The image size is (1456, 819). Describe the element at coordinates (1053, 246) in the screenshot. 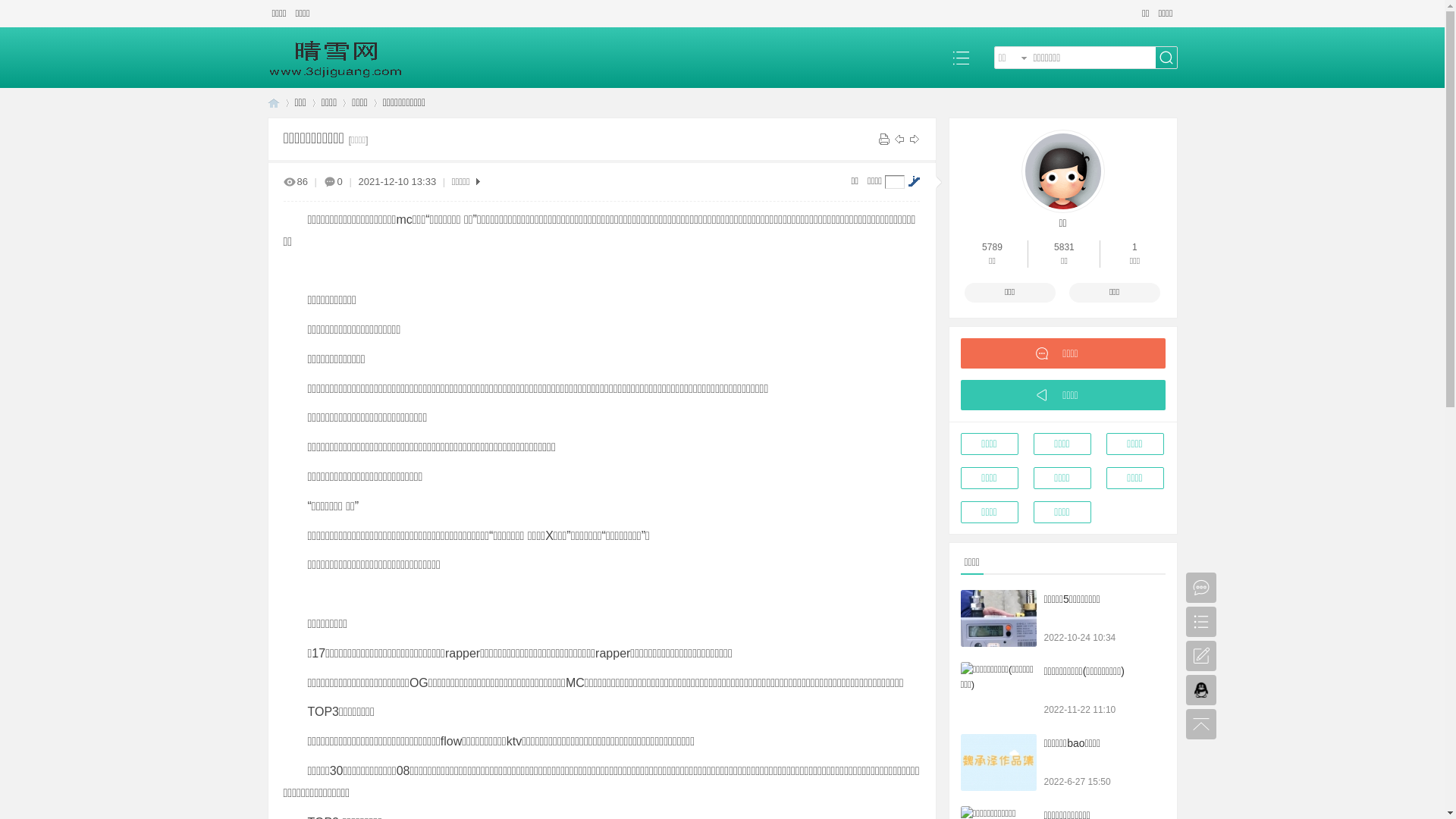

I see `'5831'` at that location.